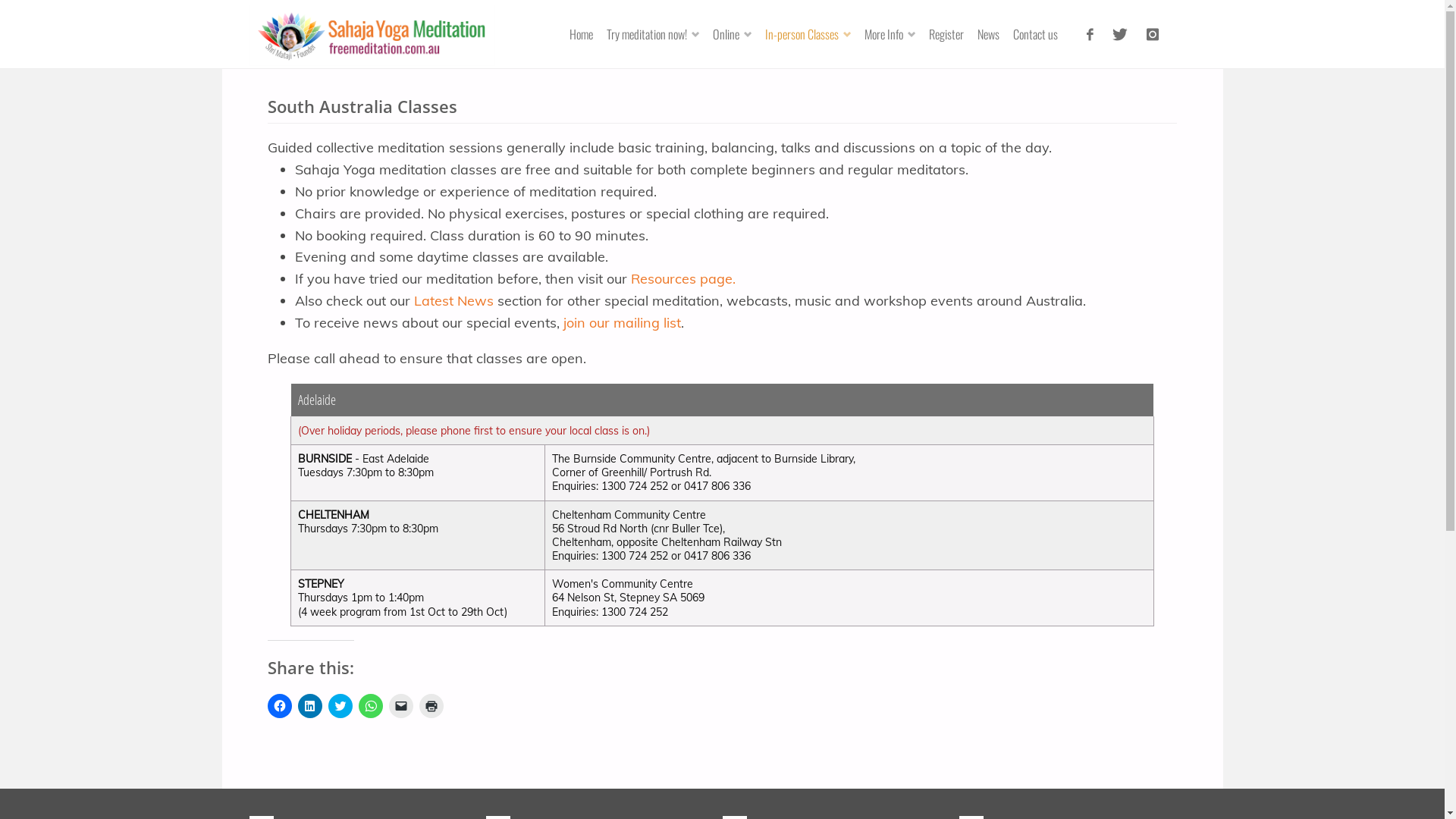  Describe the element at coordinates (371, 705) in the screenshot. I see `'Click to share on WhatsApp (Opens in new window)'` at that location.